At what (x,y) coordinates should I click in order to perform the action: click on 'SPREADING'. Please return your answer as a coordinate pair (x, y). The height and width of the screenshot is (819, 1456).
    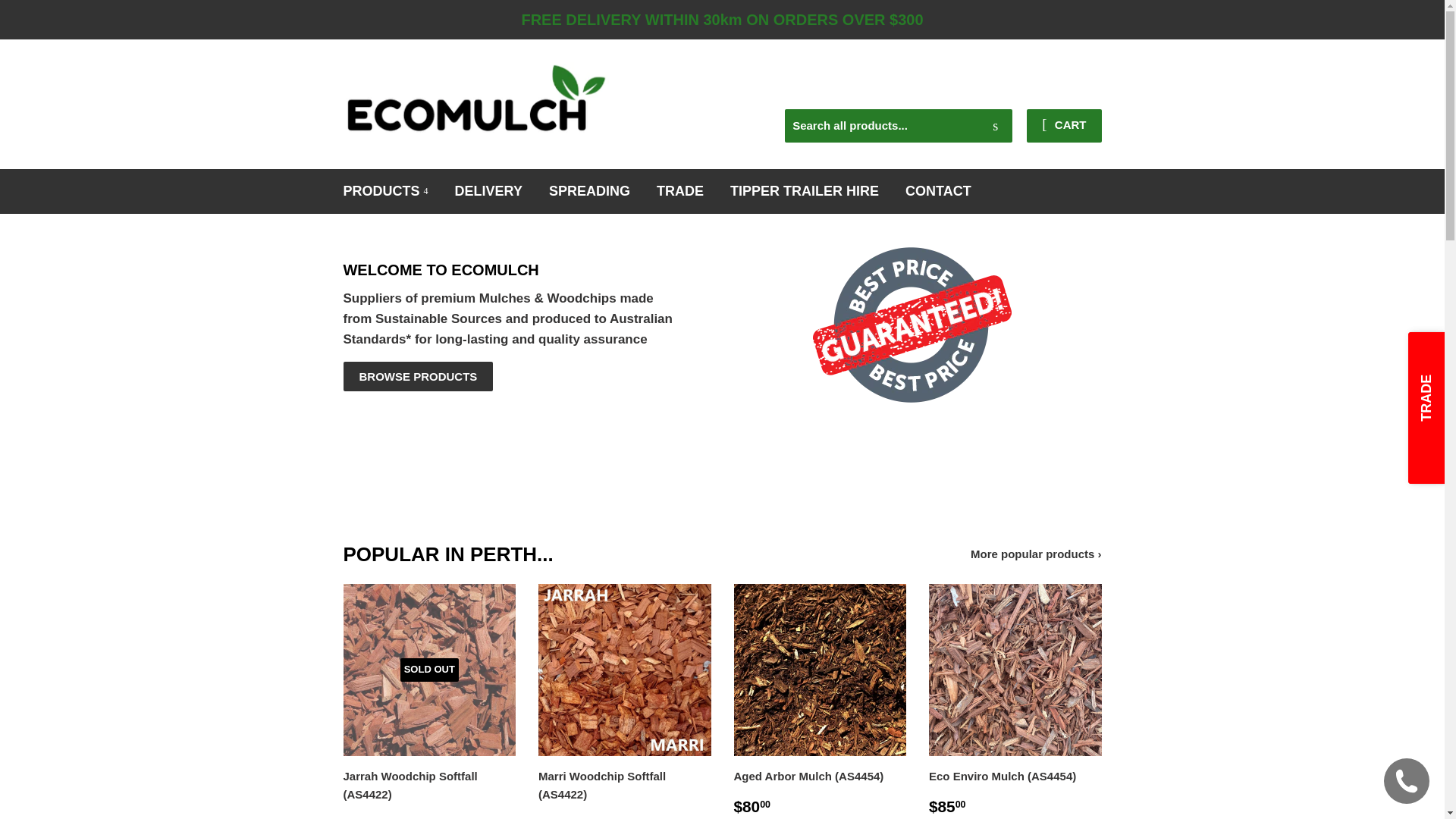
    Looking at the image, I should click on (588, 190).